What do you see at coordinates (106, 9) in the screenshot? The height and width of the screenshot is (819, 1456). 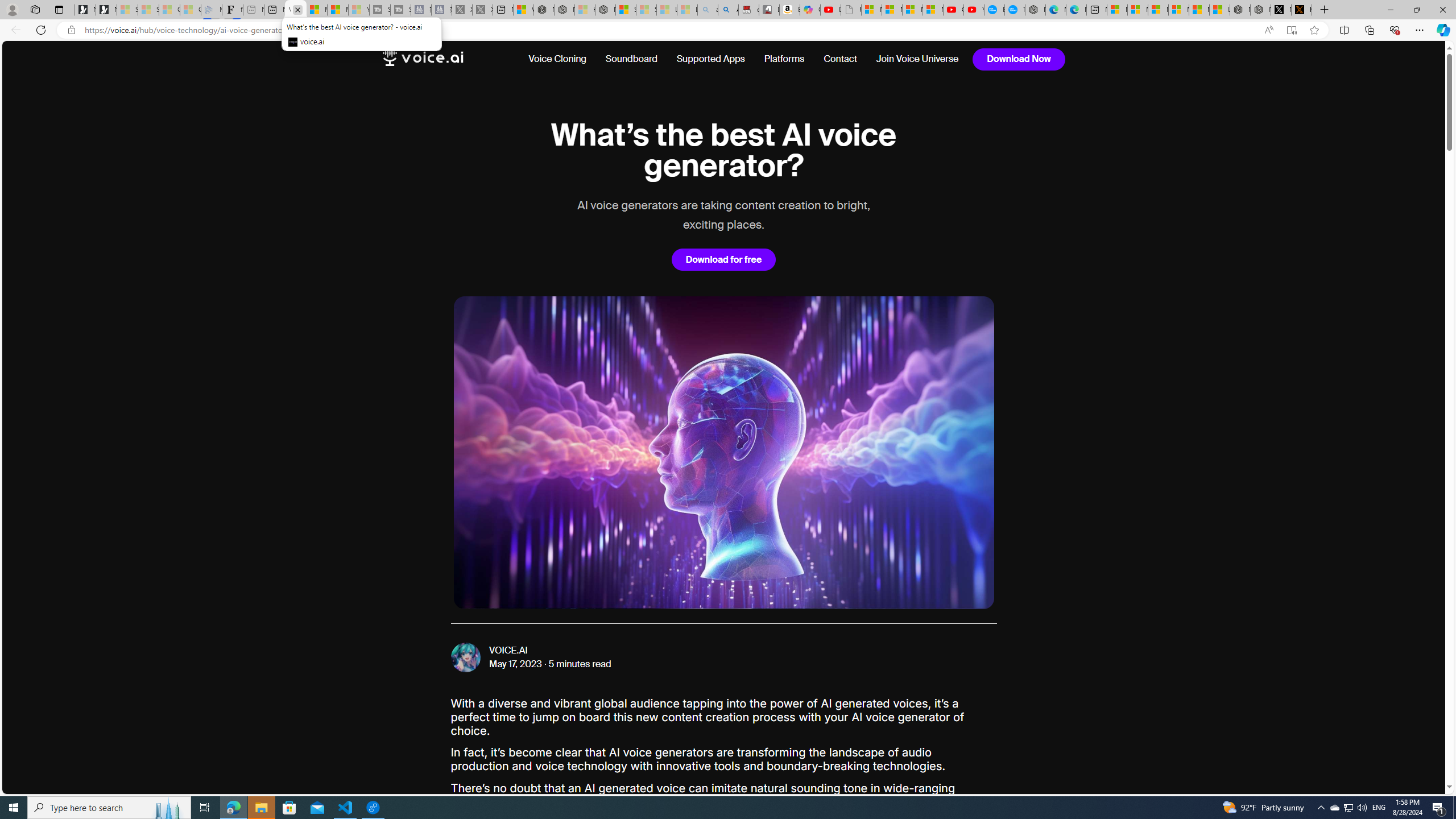 I see `'Newsletter Sign Up'` at bounding box center [106, 9].